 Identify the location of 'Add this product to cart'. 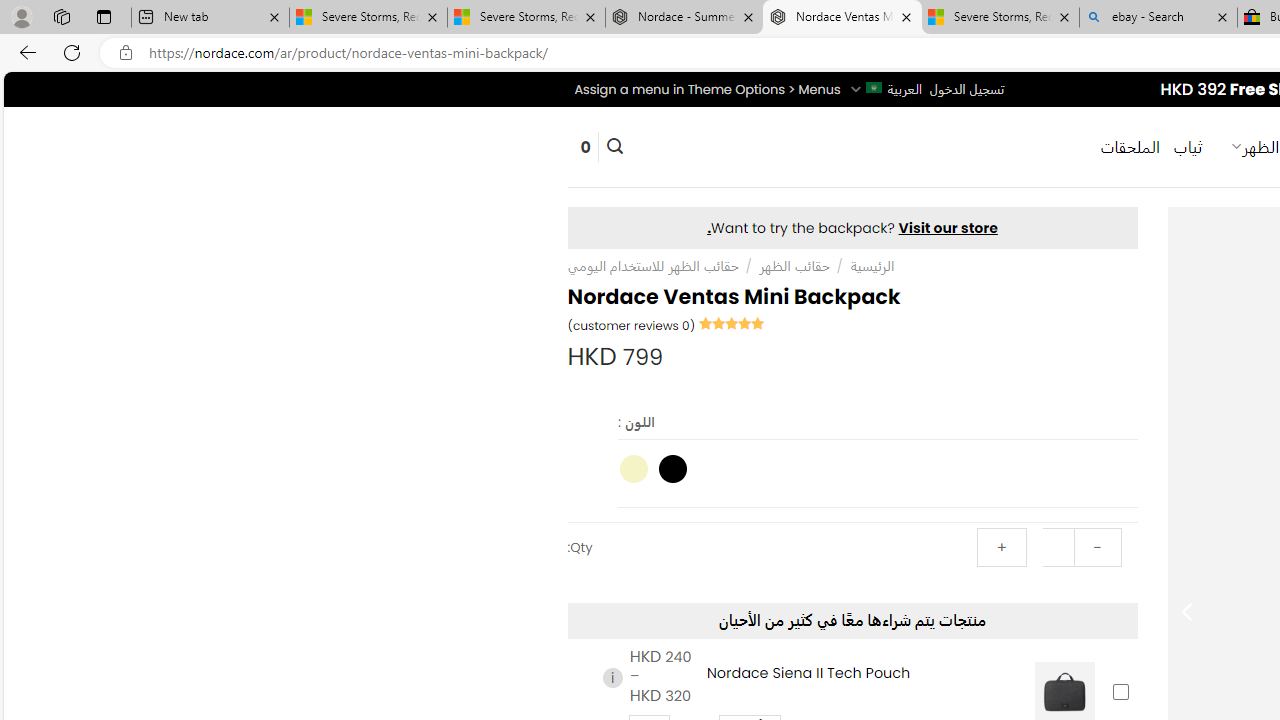
(1120, 691).